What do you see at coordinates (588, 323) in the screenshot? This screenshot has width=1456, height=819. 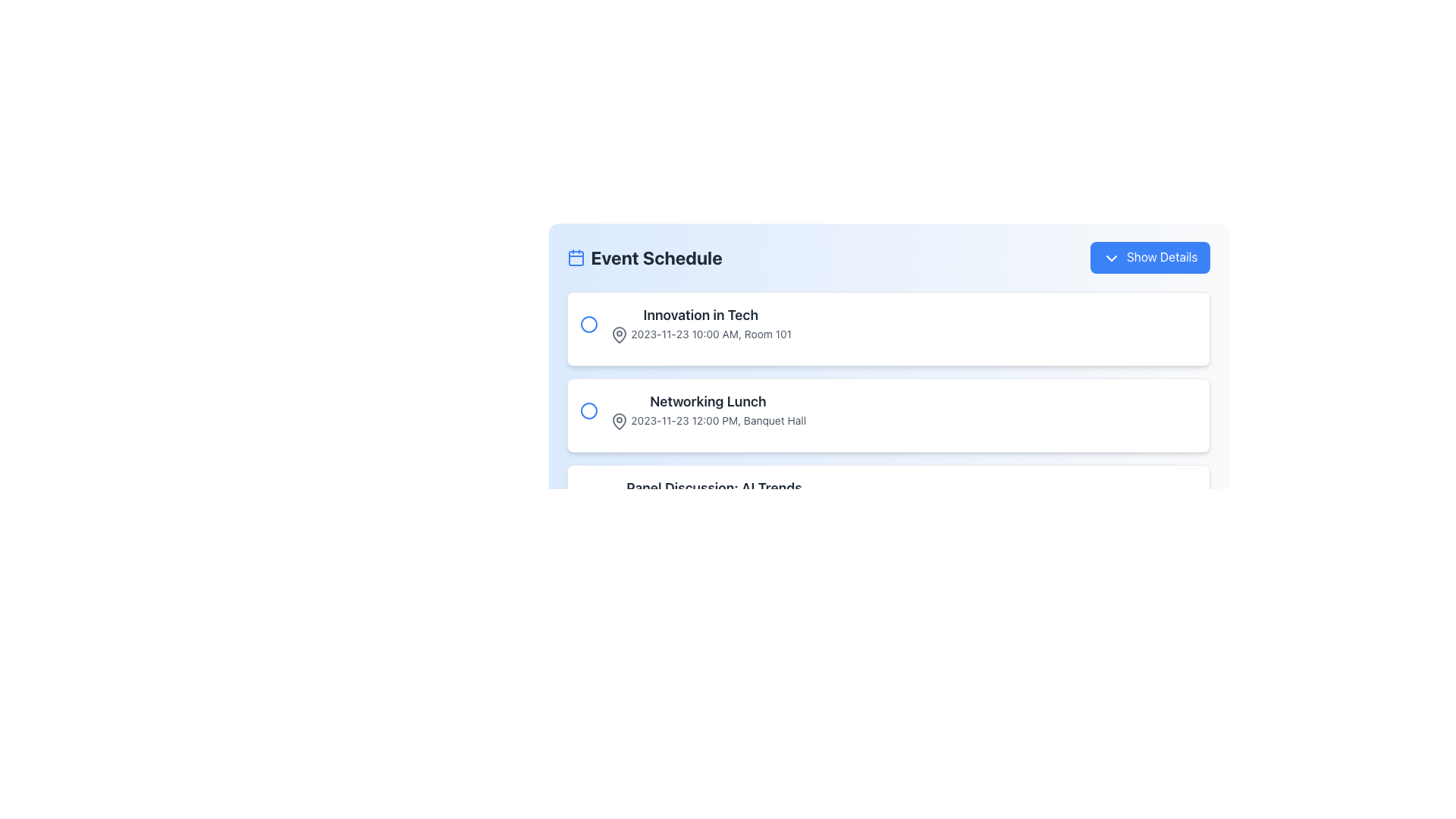 I see `the status indicator icon for the event titled 'Innovation in Tech 2023-11-23 10:00 AM, Room 101', which is positioned to the left of the event title` at bounding box center [588, 323].